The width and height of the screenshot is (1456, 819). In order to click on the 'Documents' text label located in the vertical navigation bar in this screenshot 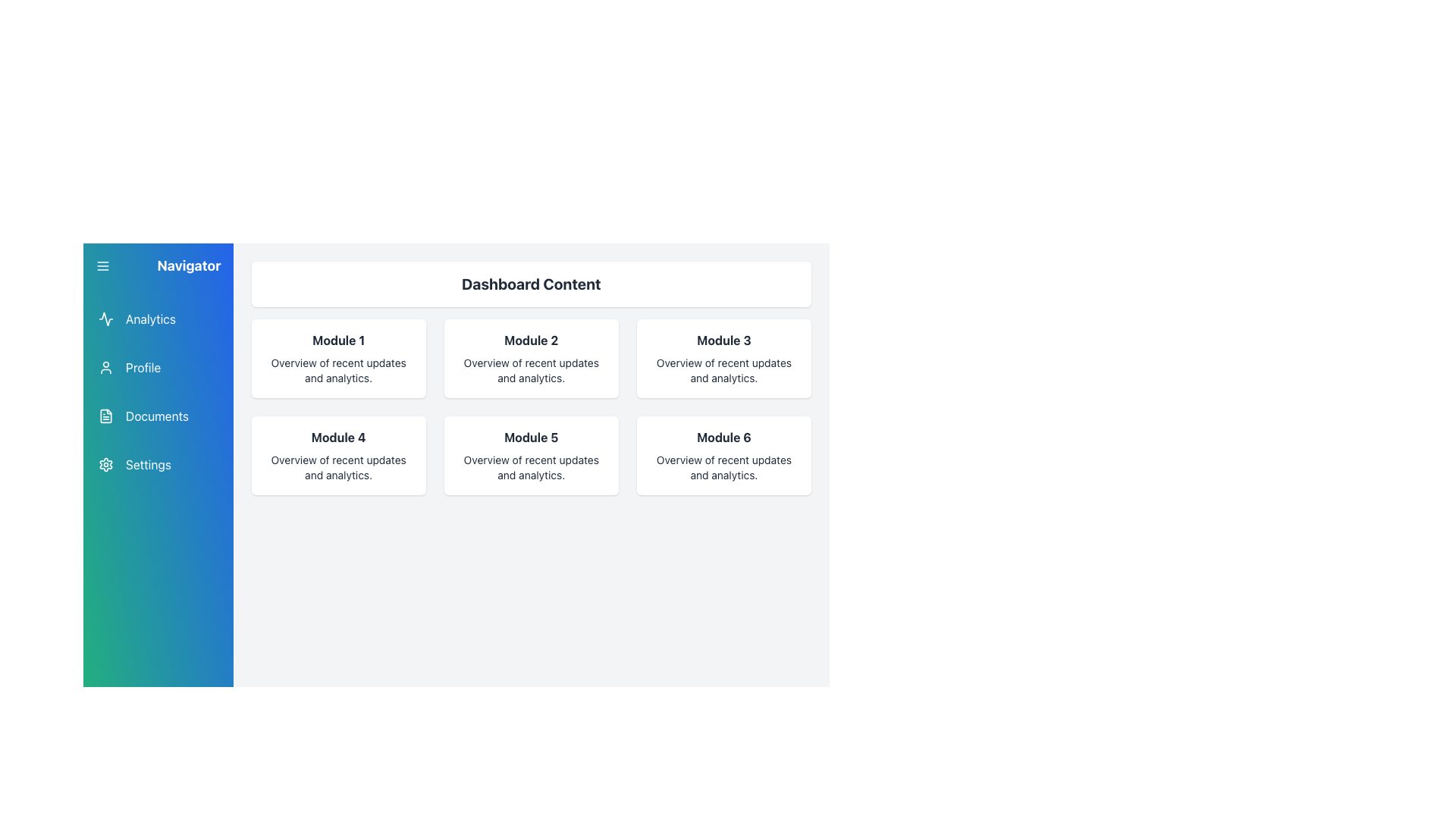, I will do `click(157, 416)`.